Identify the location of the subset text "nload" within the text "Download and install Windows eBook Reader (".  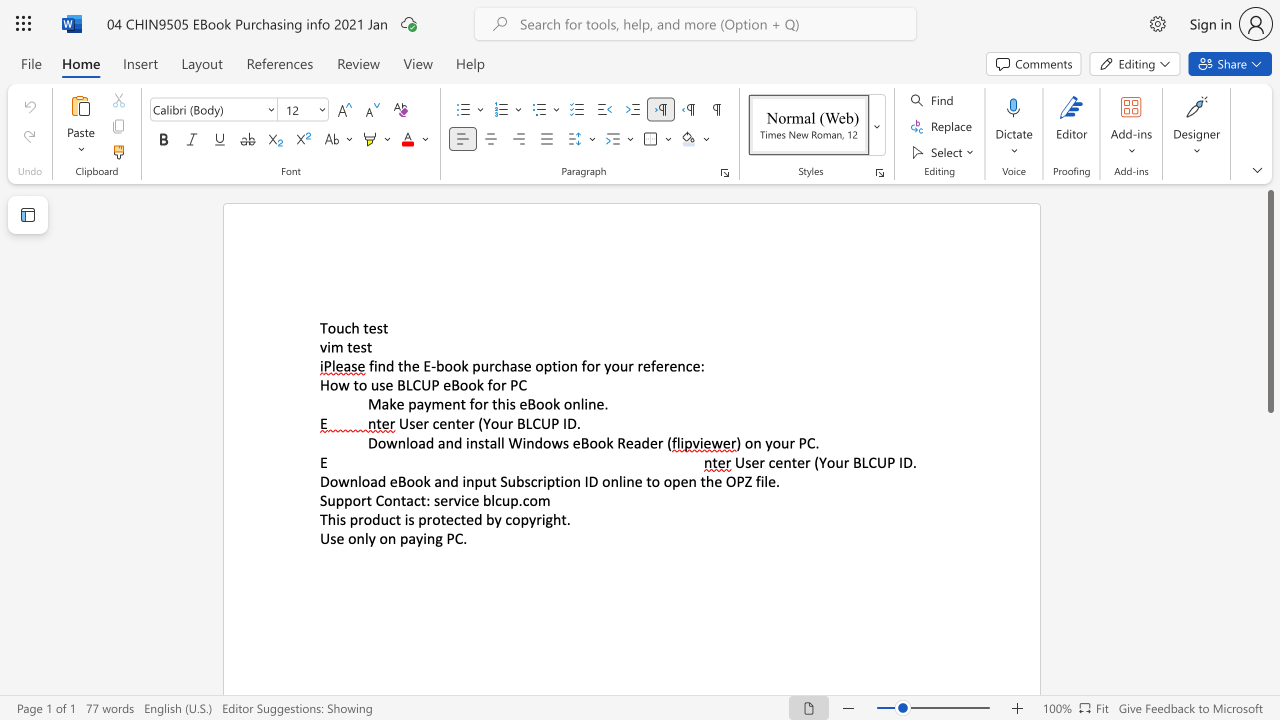
(397, 442).